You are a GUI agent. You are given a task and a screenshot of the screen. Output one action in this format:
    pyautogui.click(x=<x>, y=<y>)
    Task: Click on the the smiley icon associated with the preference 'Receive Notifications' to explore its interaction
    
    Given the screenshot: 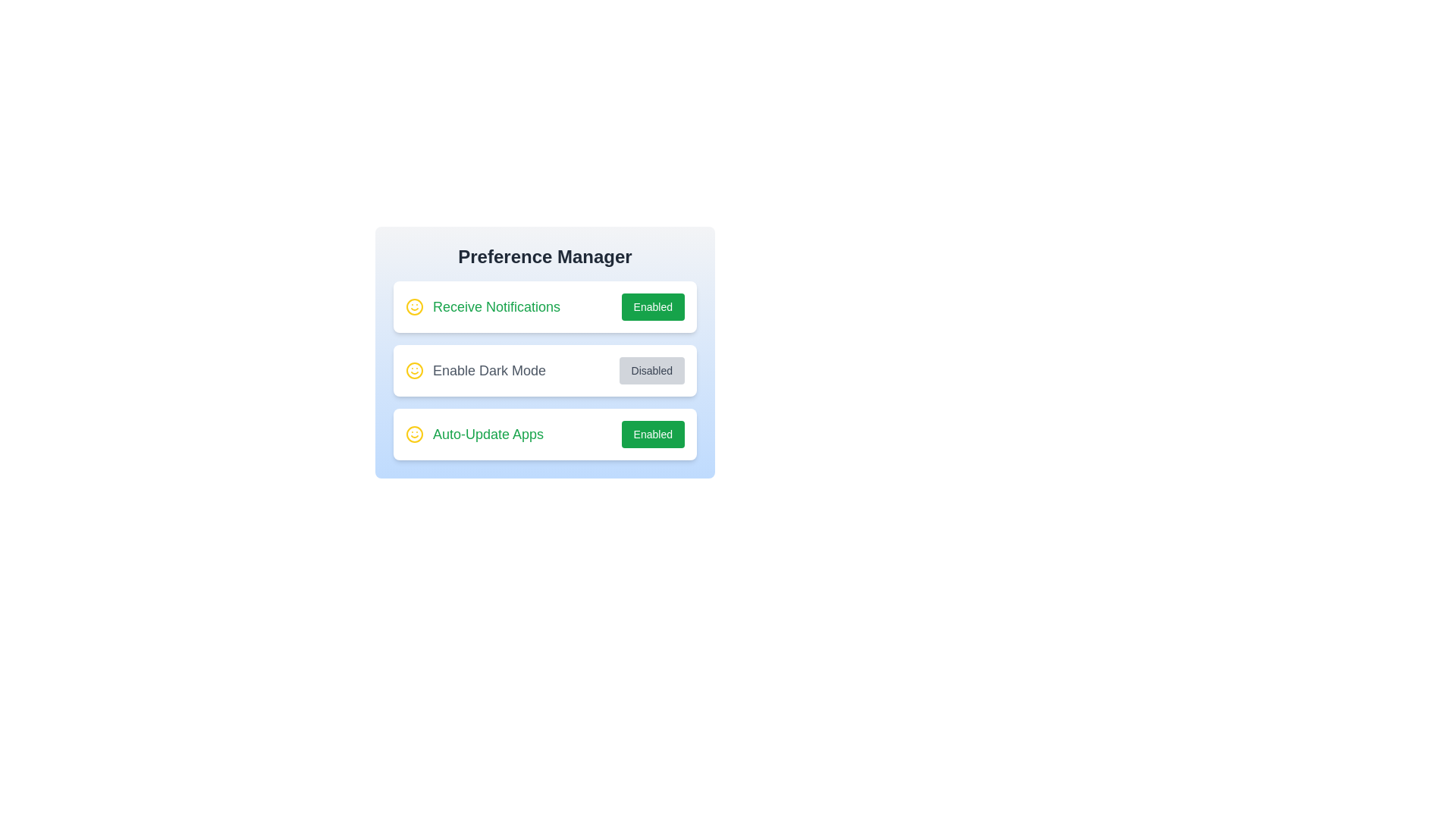 What is the action you would take?
    pyautogui.click(x=415, y=307)
    